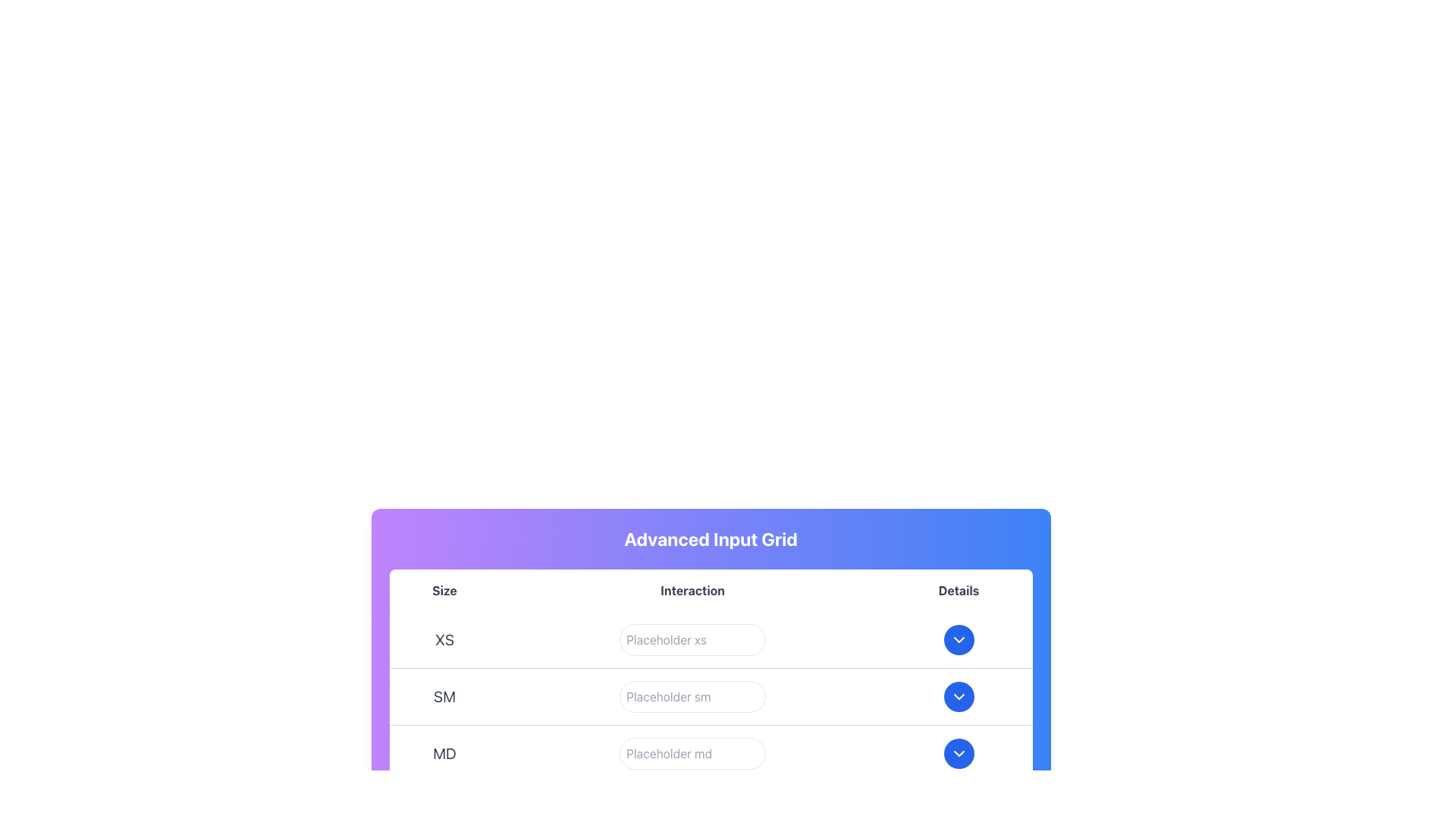  I want to click on the vector graphic icon in the second row of the table under the 'Details' column, so click(958, 696).